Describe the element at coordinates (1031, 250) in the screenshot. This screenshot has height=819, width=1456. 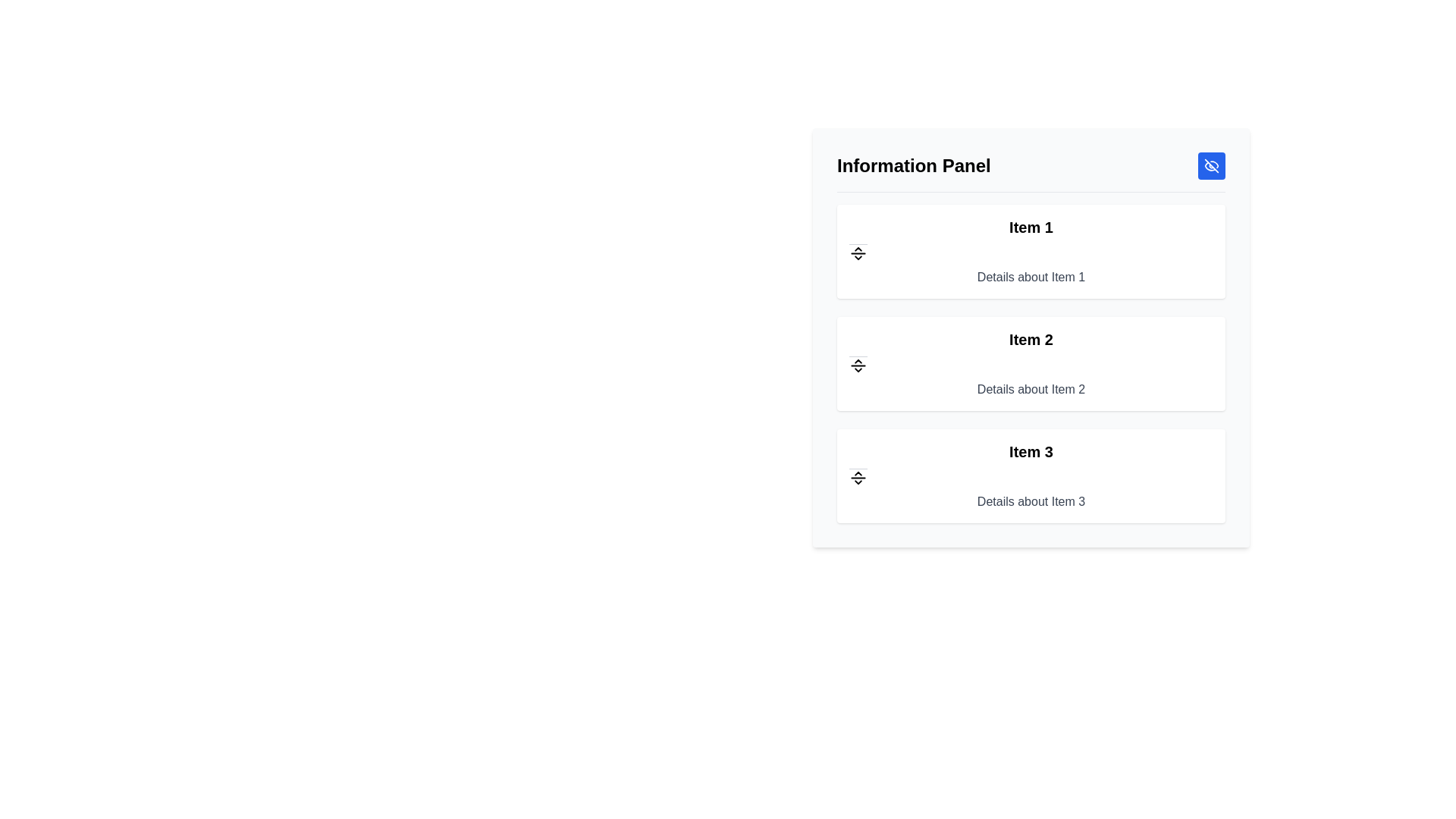
I see `the Information card displaying details for 'Item 1', which is the first card in the vertical list within the 'Information Panel'` at that location.